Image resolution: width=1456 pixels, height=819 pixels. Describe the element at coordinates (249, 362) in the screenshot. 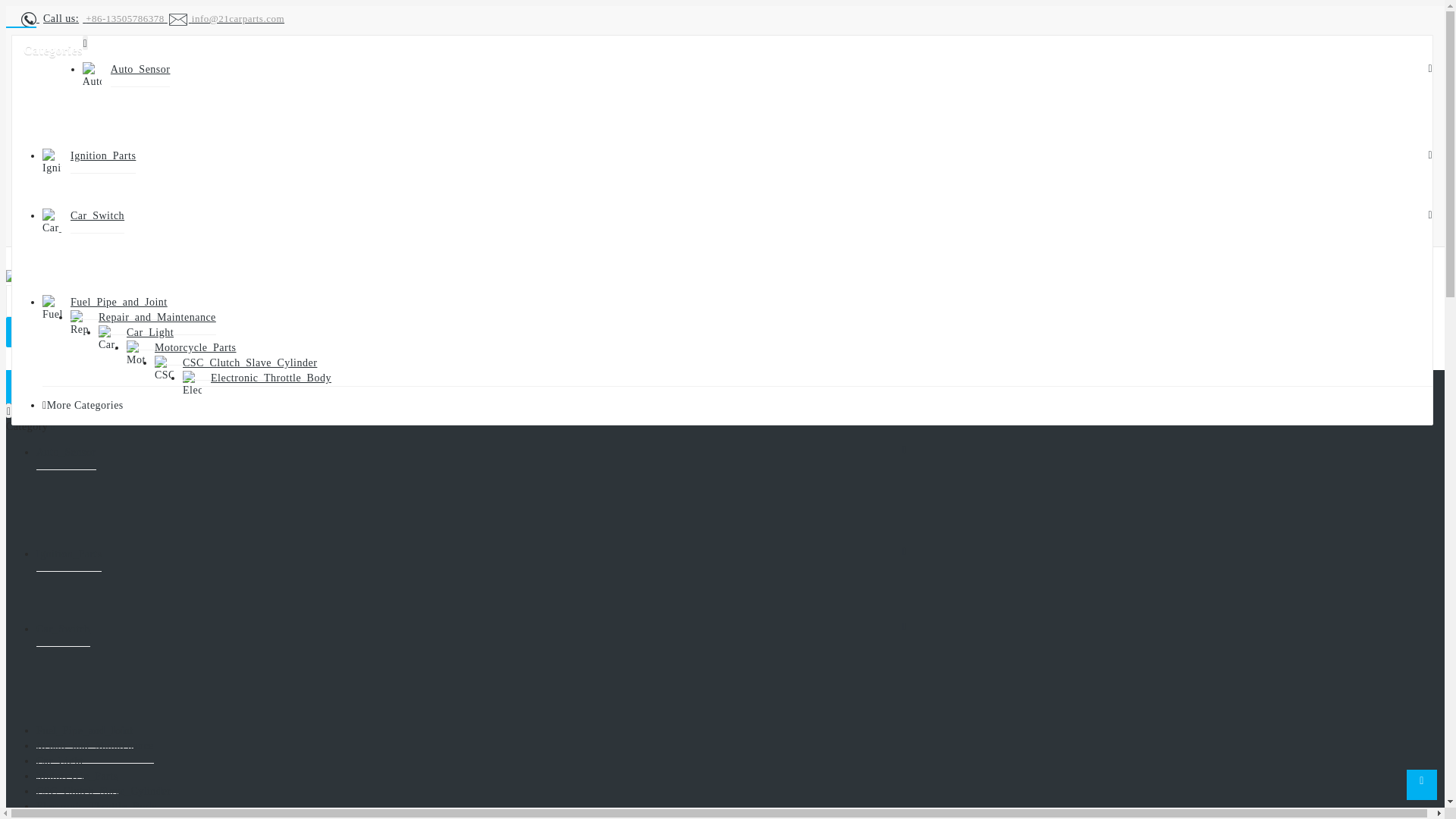

I see `'CSC_Clutch_Slave_Cylinder'` at that location.